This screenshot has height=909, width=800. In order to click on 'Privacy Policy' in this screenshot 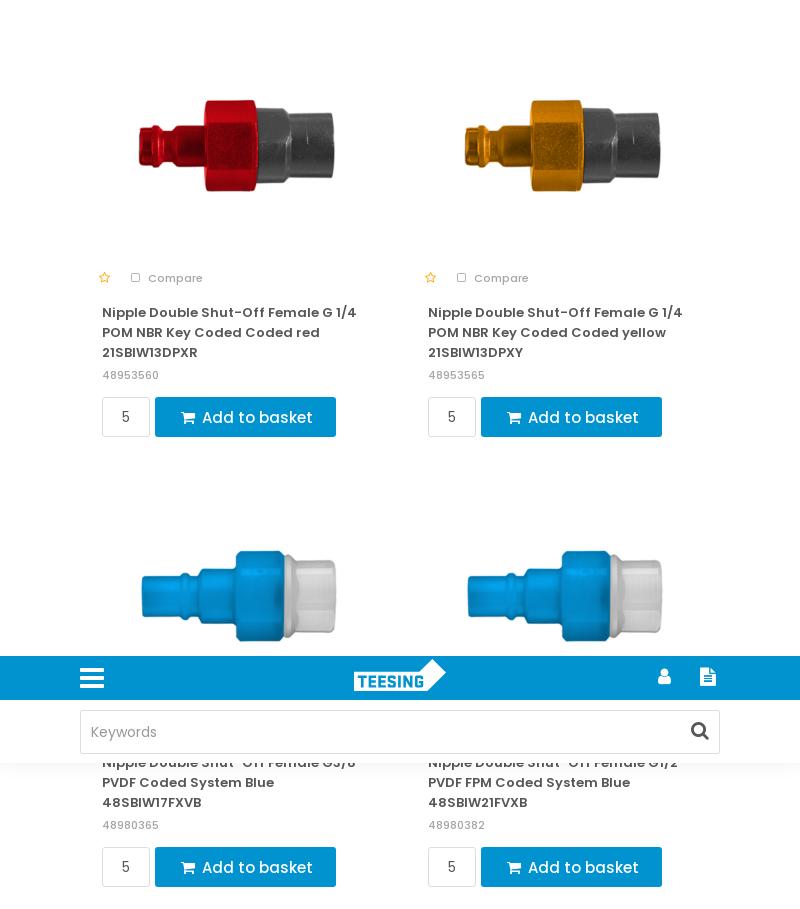, I will do `click(547, 98)`.